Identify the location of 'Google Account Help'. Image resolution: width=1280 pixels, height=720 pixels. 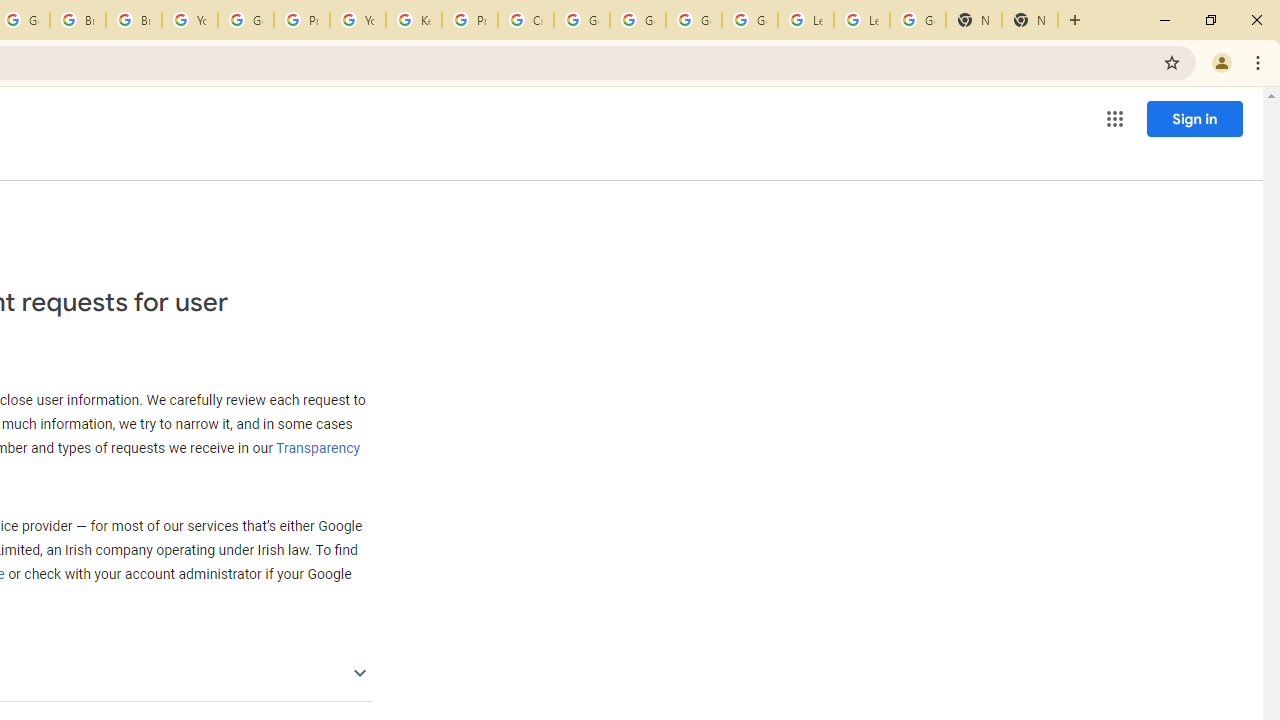
(244, 20).